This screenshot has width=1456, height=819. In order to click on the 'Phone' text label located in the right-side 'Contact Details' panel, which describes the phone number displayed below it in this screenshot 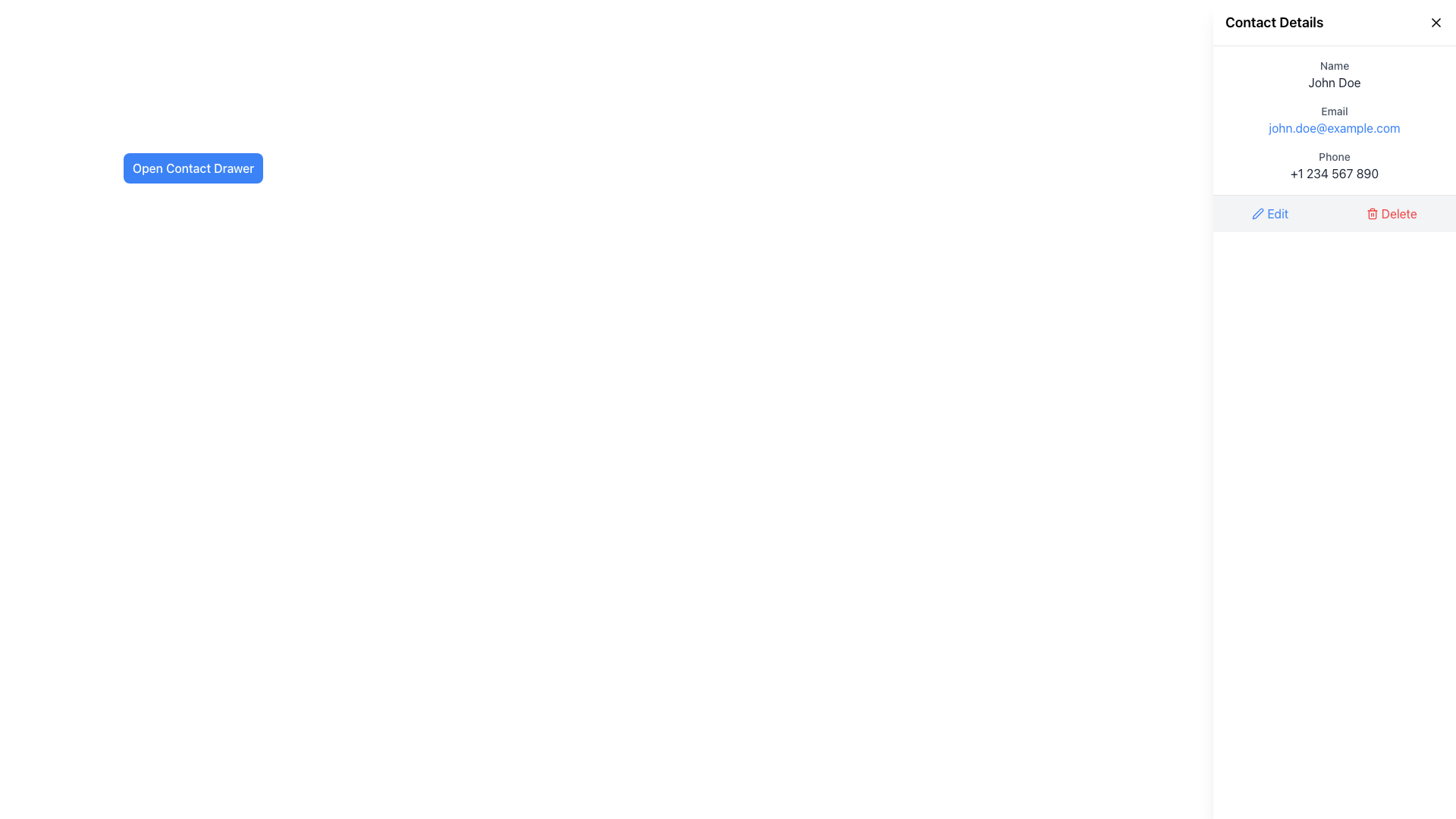, I will do `click(1335, 157)`.